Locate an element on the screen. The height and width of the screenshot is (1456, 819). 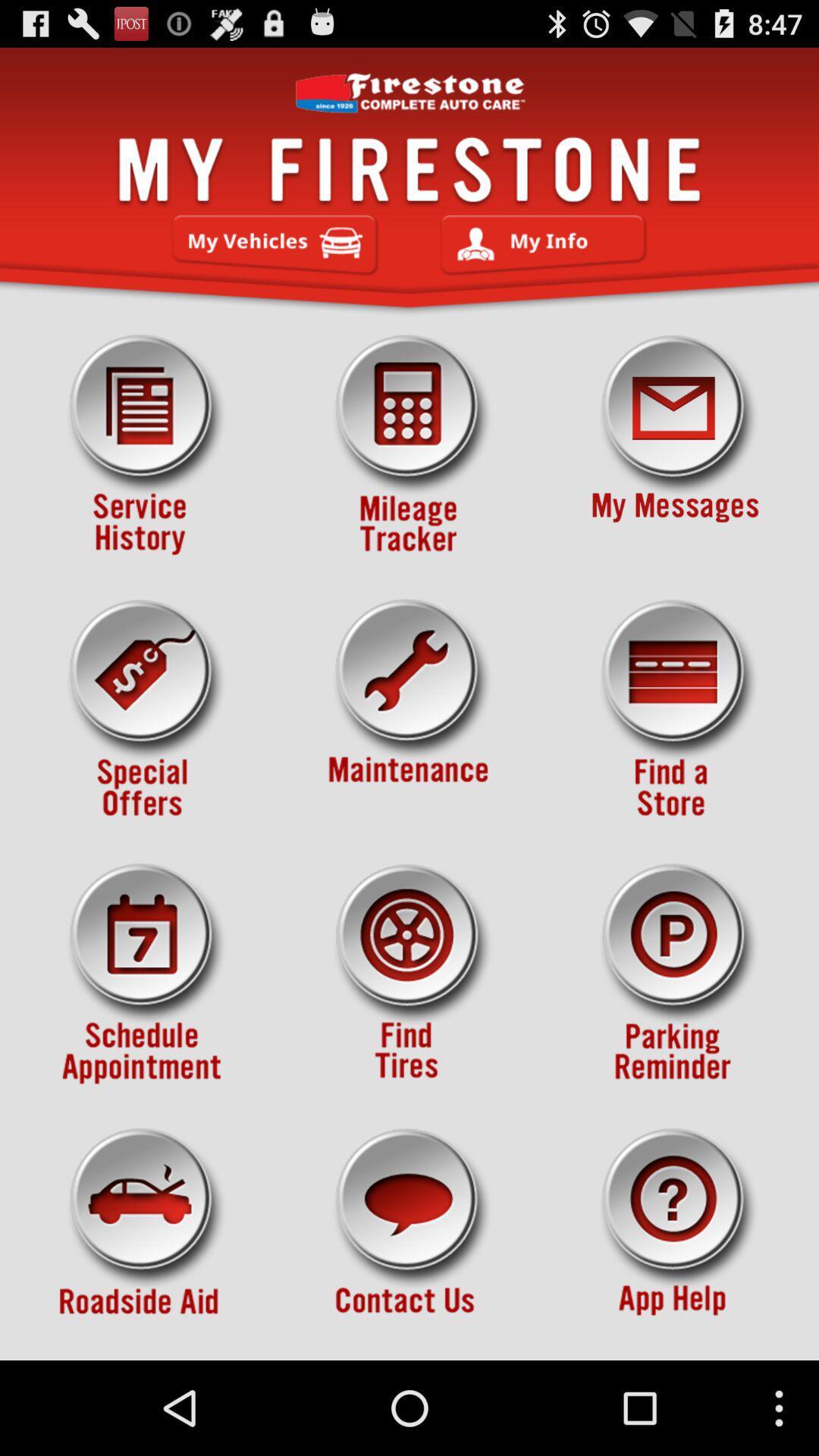
roadsie is located at coordinates (143, 1238).